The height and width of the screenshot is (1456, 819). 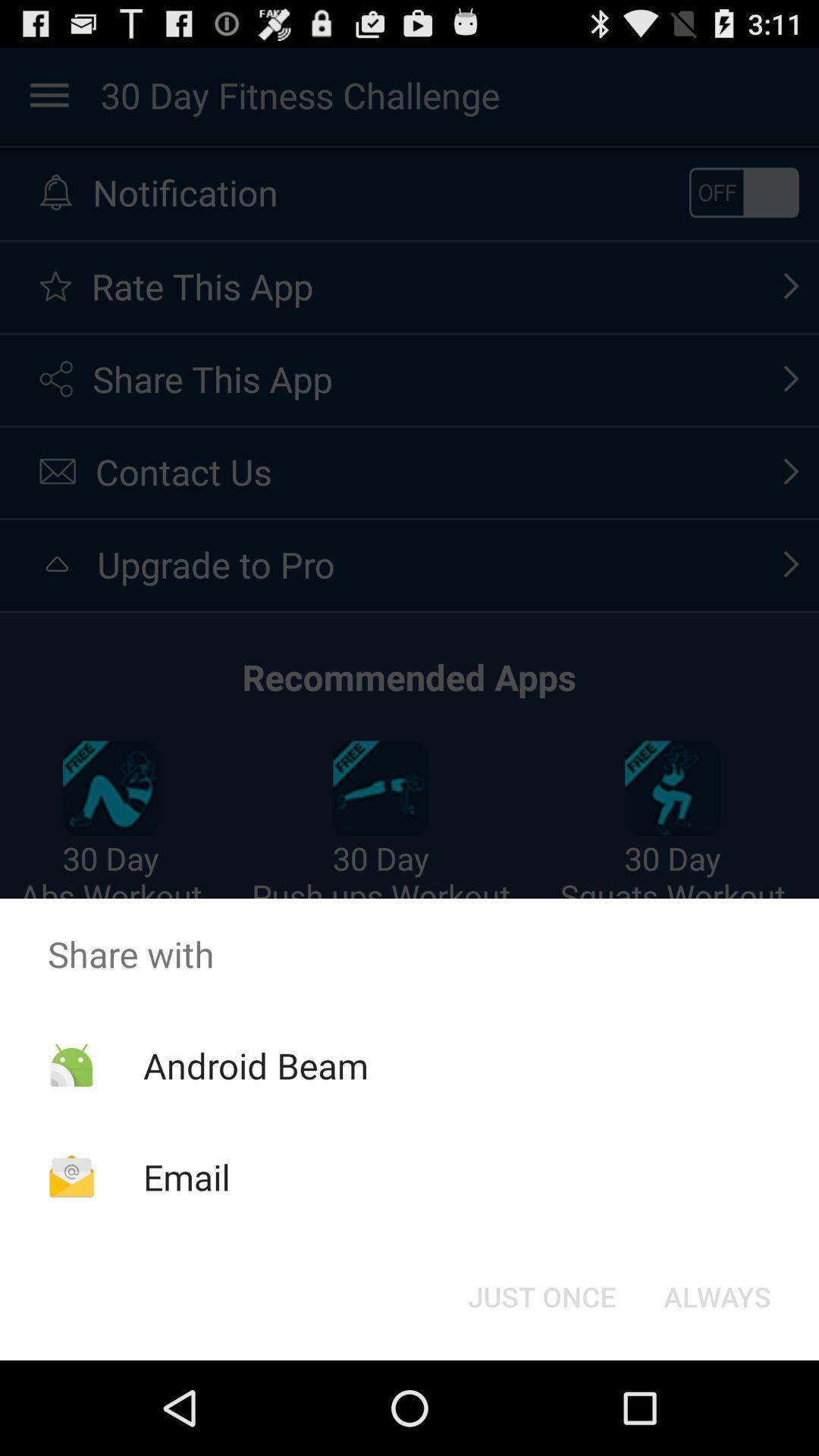 What do you see at coordinates (717, 1295) in the screenshot?
I see `the button to the right of just once item` at bounding box center [717, 1295].